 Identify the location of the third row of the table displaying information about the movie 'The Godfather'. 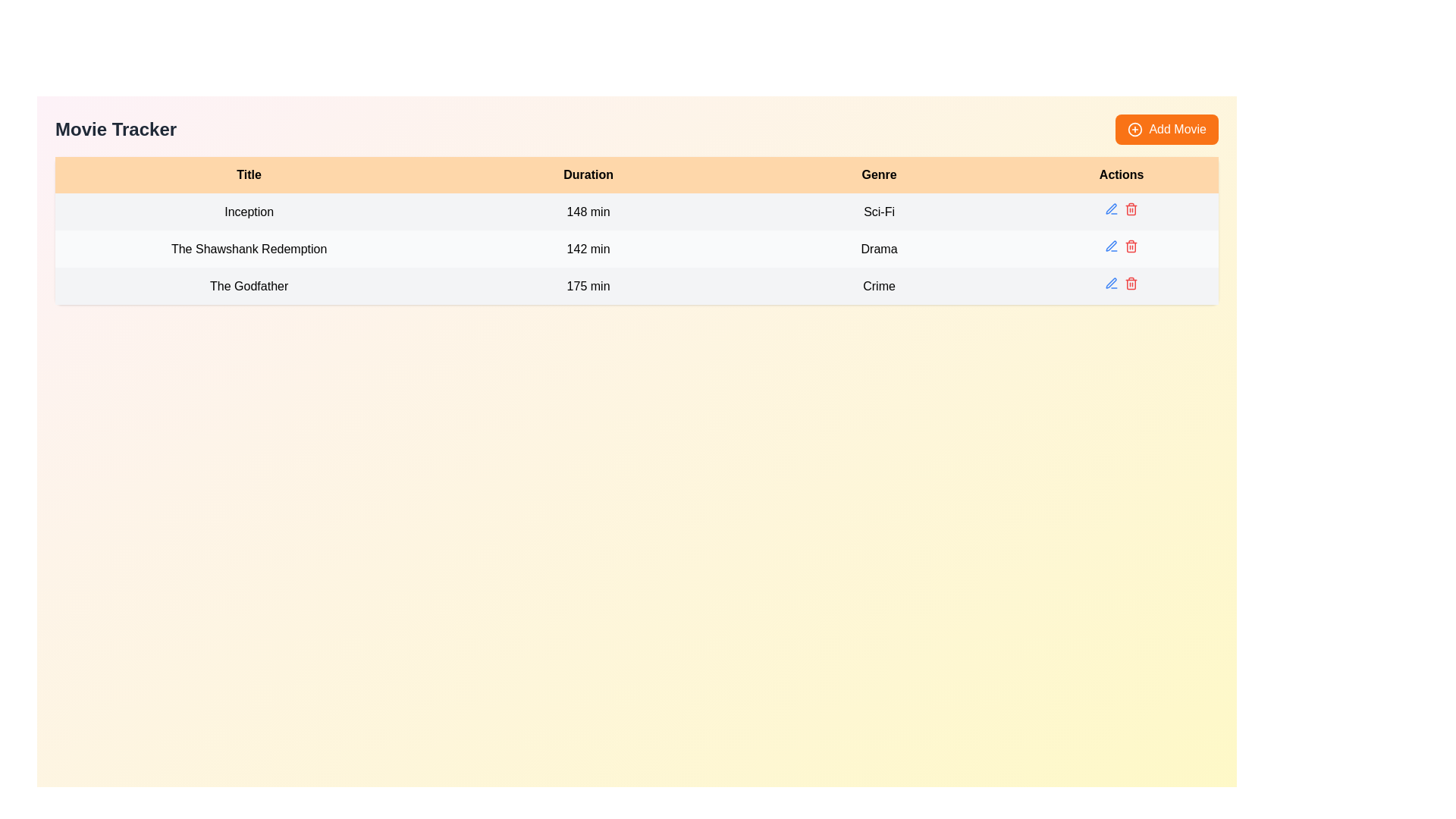
(637, 286).